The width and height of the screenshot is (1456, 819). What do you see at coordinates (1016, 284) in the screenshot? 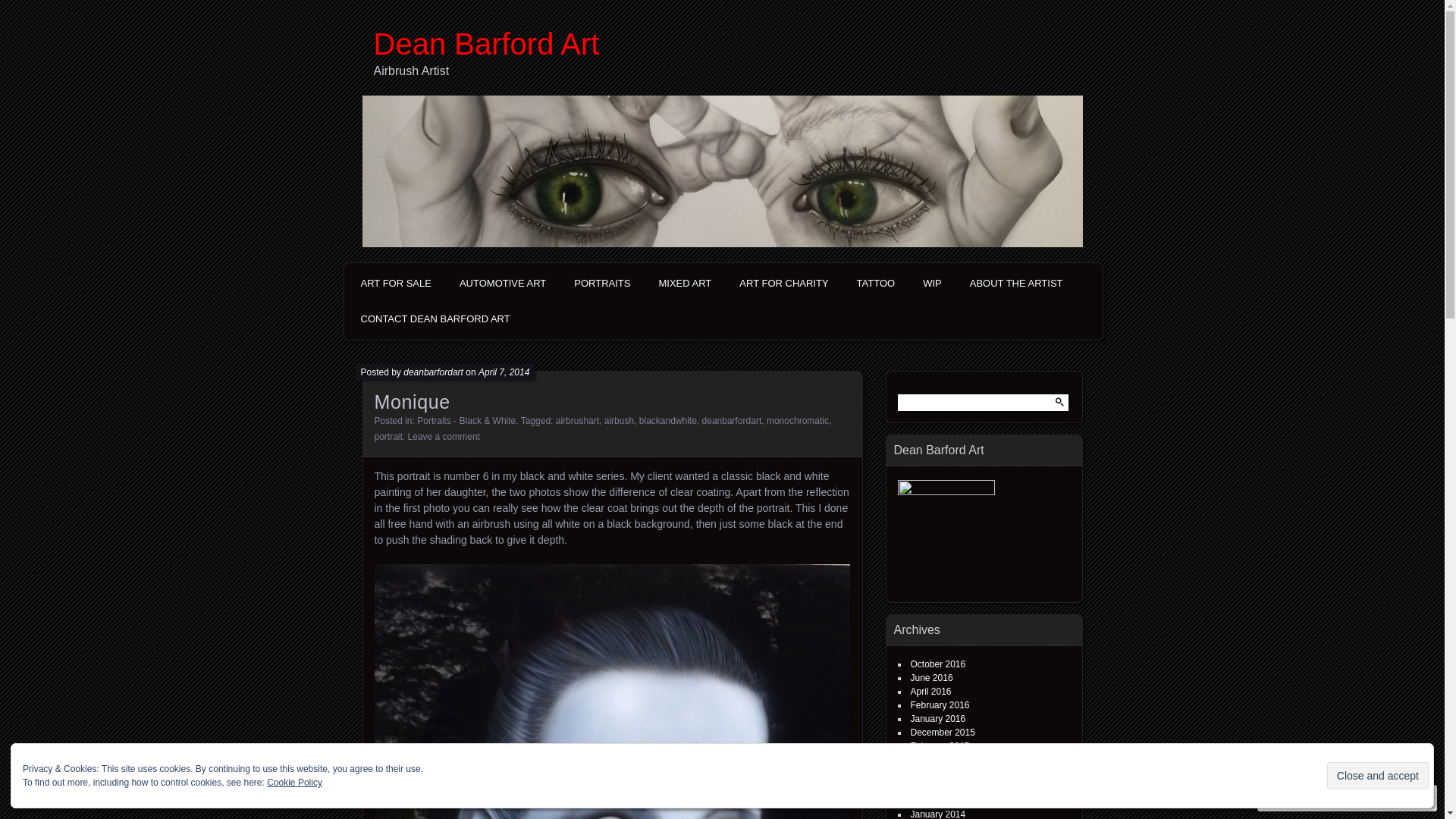
I see `'ABOUT THE ARTIST'` at bounding box center [1016, 284].